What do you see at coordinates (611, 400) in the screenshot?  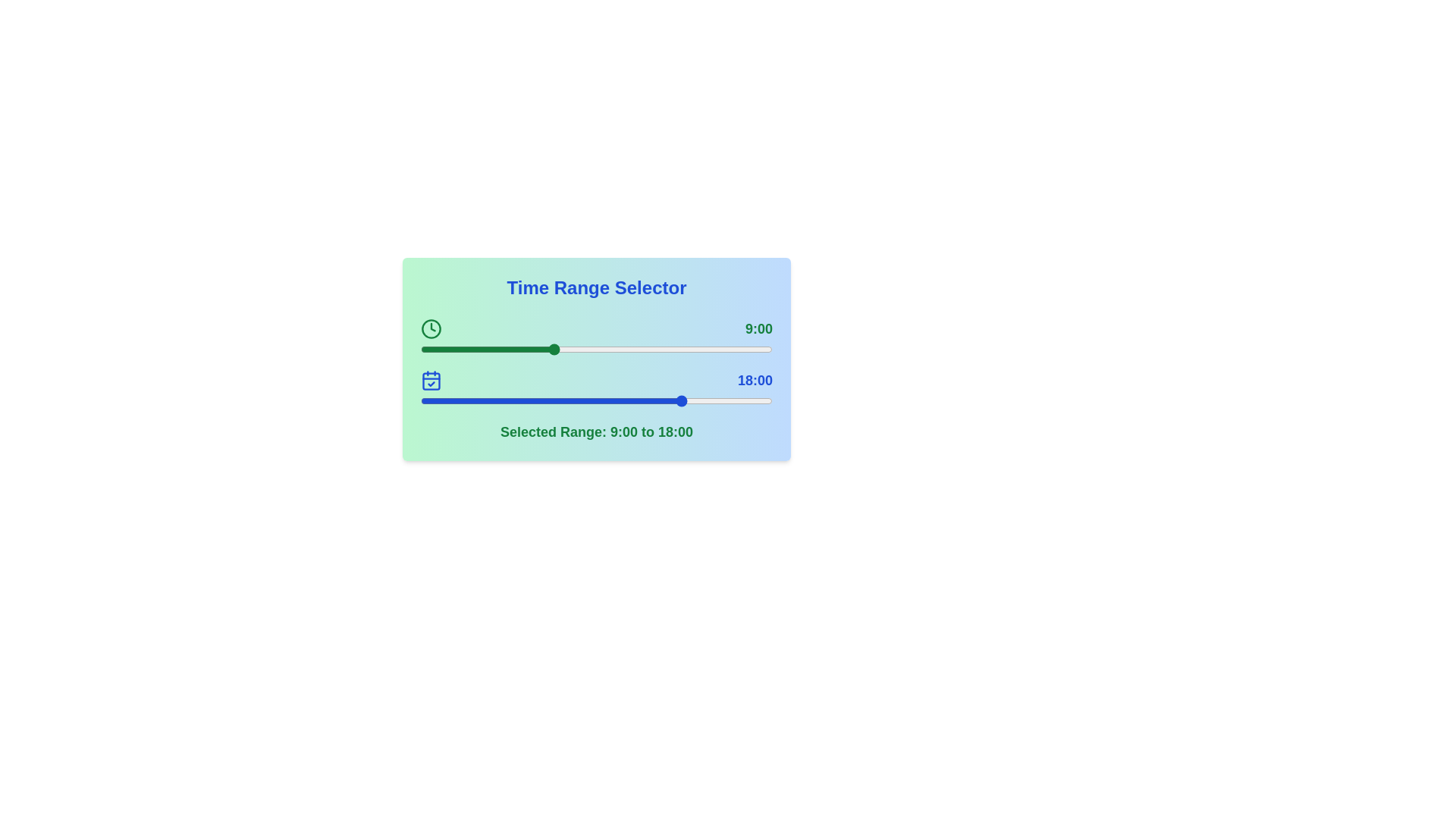 I see `the time` at bounding box center [611, 400].